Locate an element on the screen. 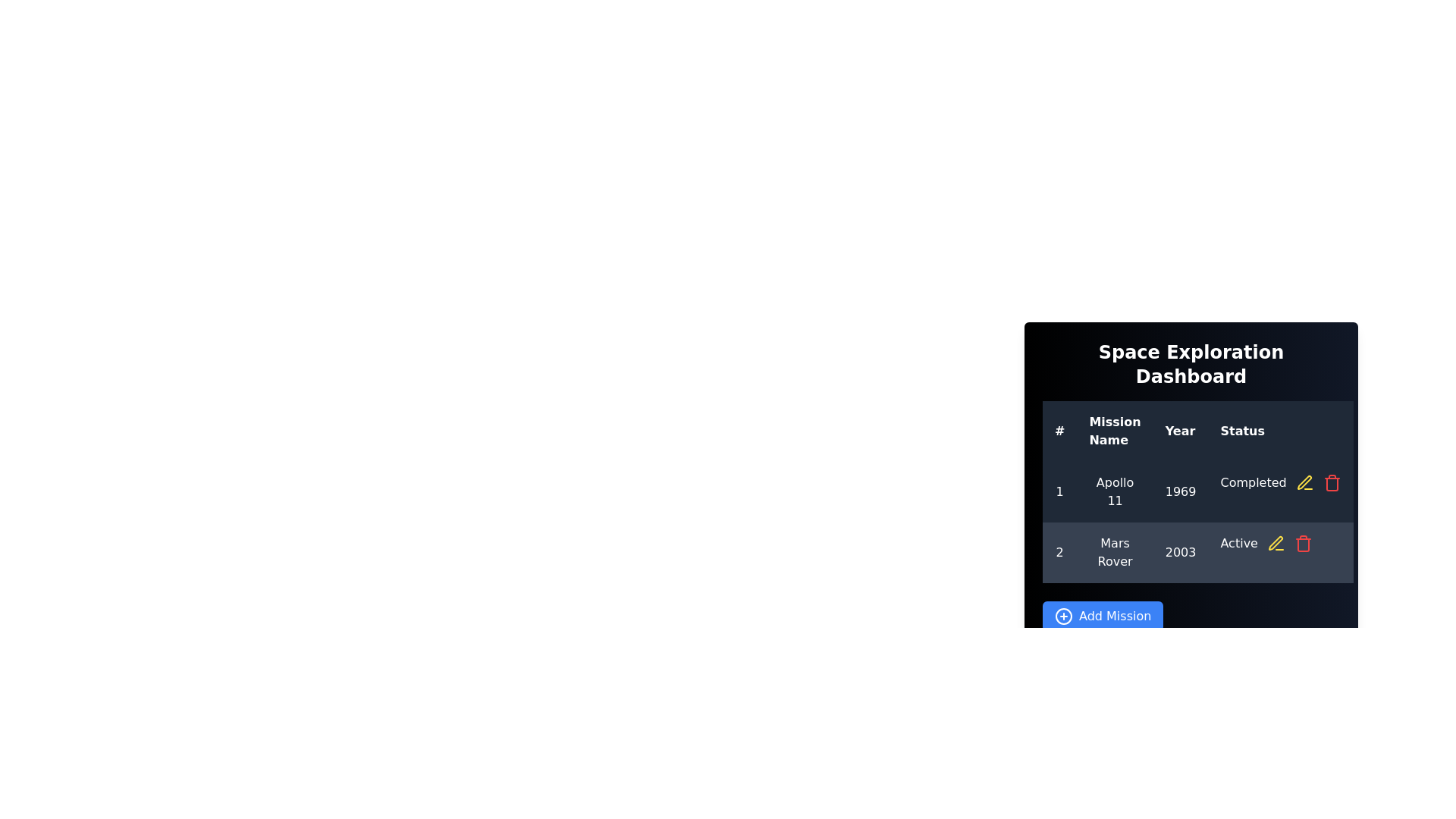  the static text or label that displays the index or position number for the corresponding row entry in the table, located in the leftmost column of the dashboard interface is located at coordinates (1059, 491).